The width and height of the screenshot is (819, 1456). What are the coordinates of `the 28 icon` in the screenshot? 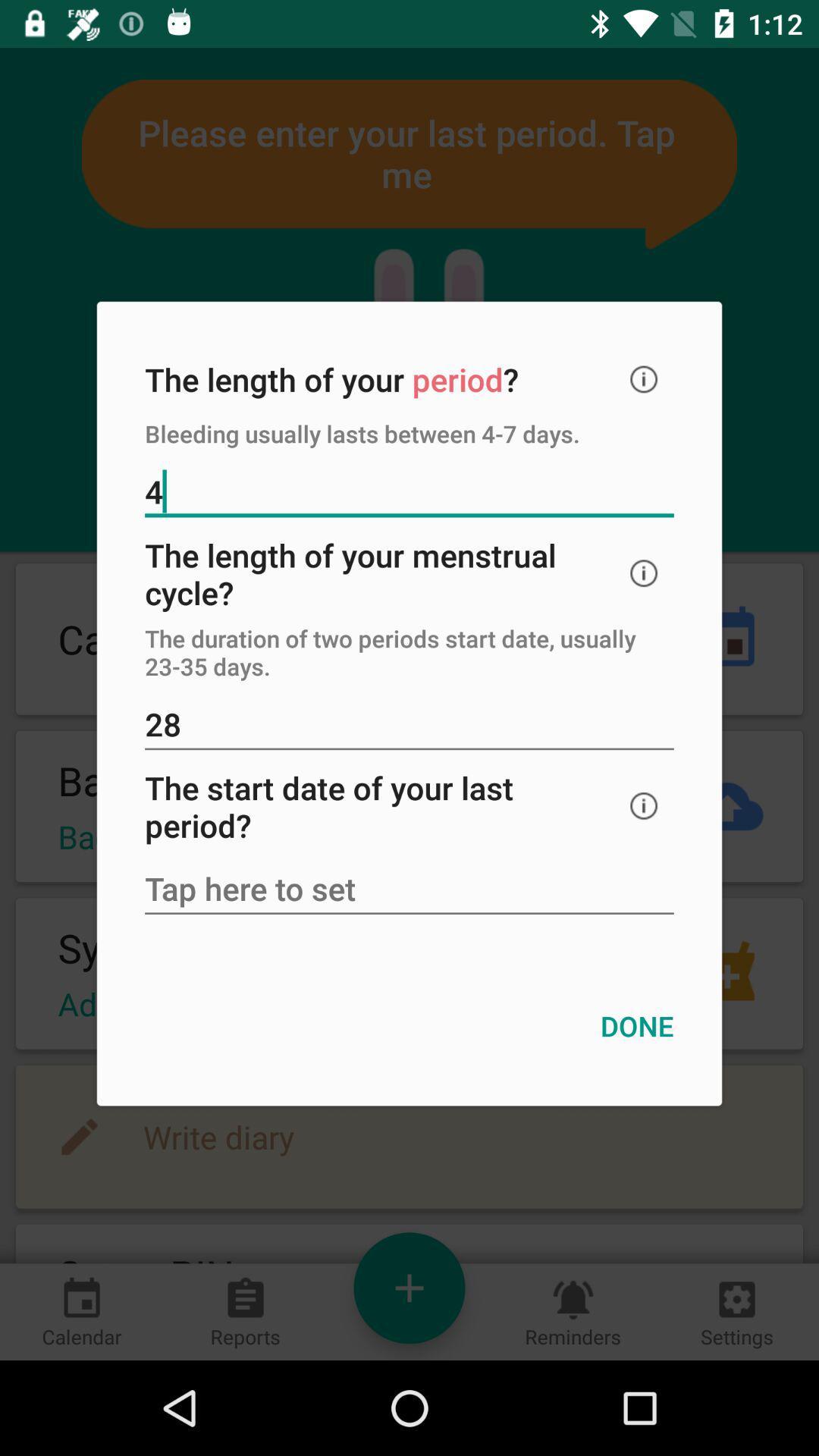 It's located at (409, 725).